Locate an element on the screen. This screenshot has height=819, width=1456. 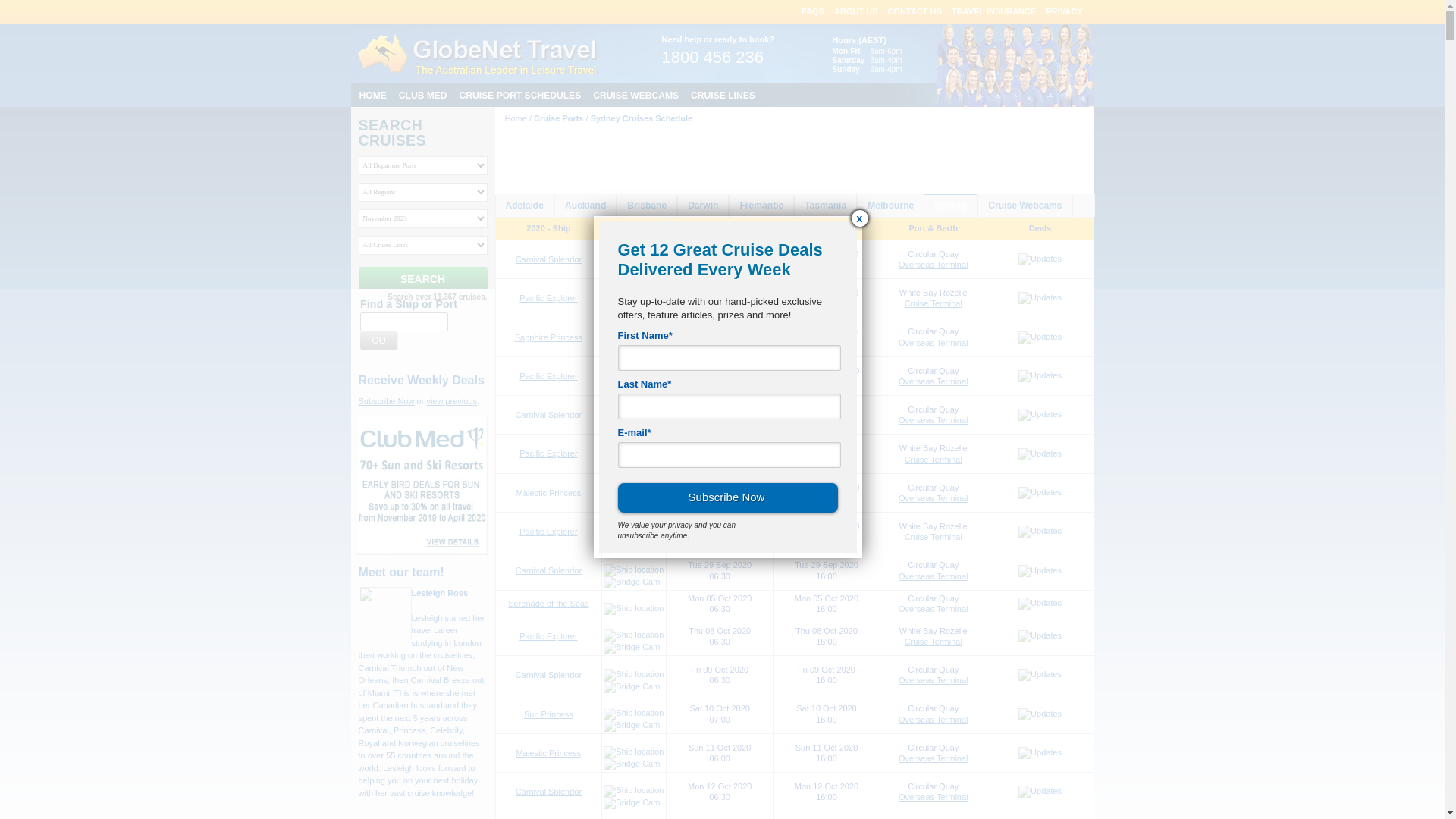
'Bridge Cam' is located at coordinates (632, 687).